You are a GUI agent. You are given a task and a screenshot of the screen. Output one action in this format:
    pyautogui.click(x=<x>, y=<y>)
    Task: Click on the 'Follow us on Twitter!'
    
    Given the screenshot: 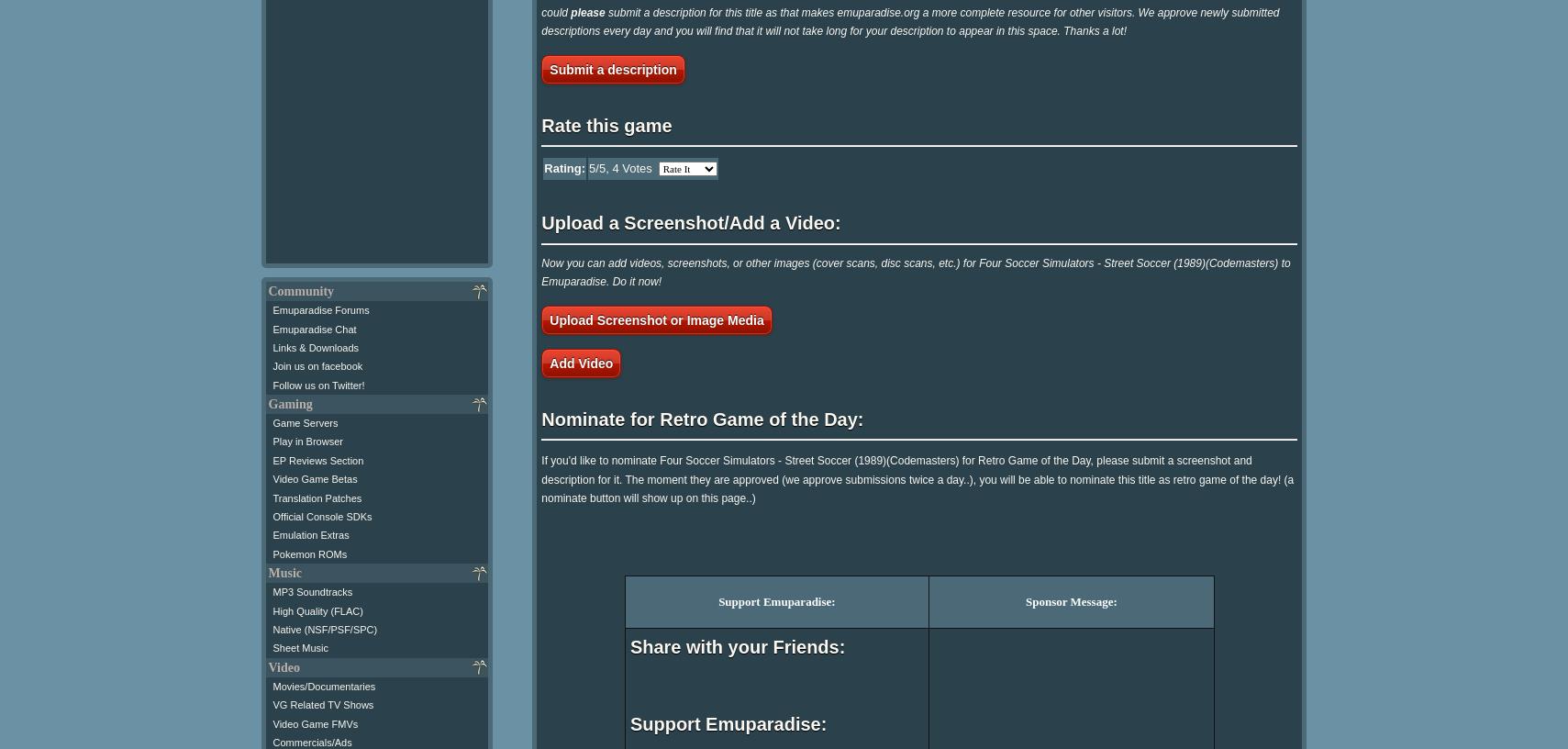 What is the action you would take?
    pyautogui.click(x=317, y=384)
    